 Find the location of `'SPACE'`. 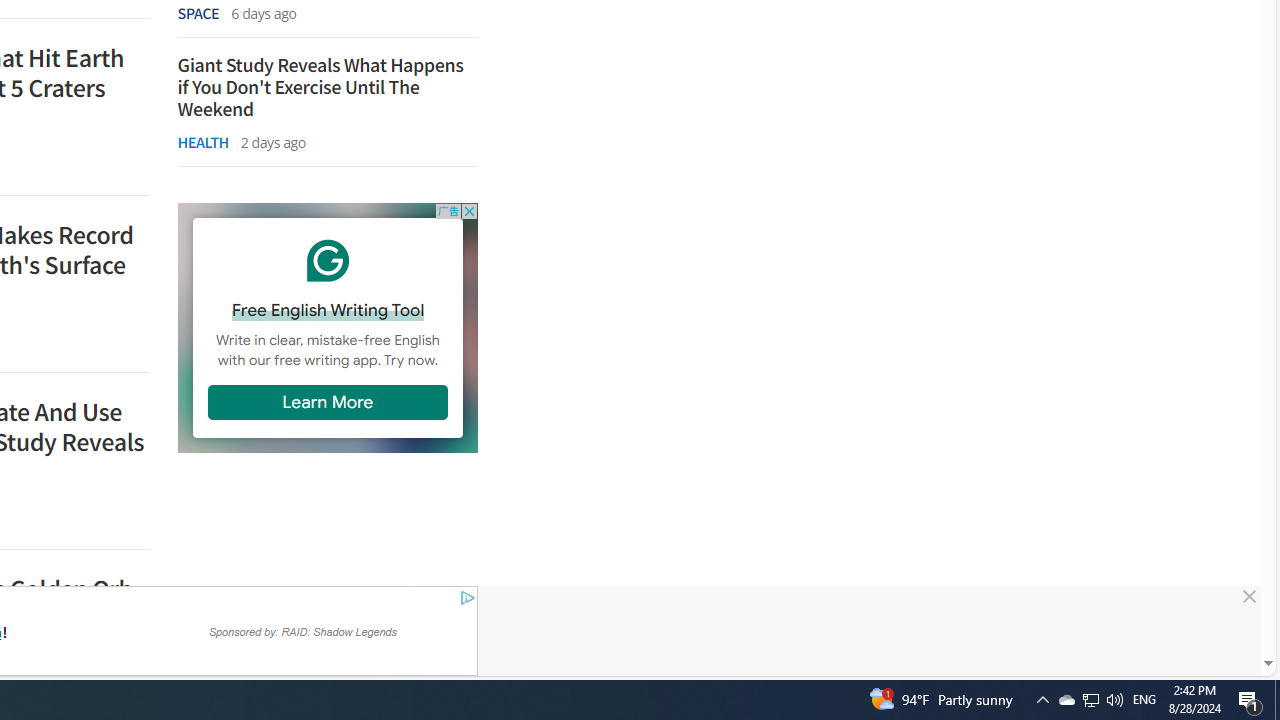

'SPACE' is located at coordinates (198, 12).